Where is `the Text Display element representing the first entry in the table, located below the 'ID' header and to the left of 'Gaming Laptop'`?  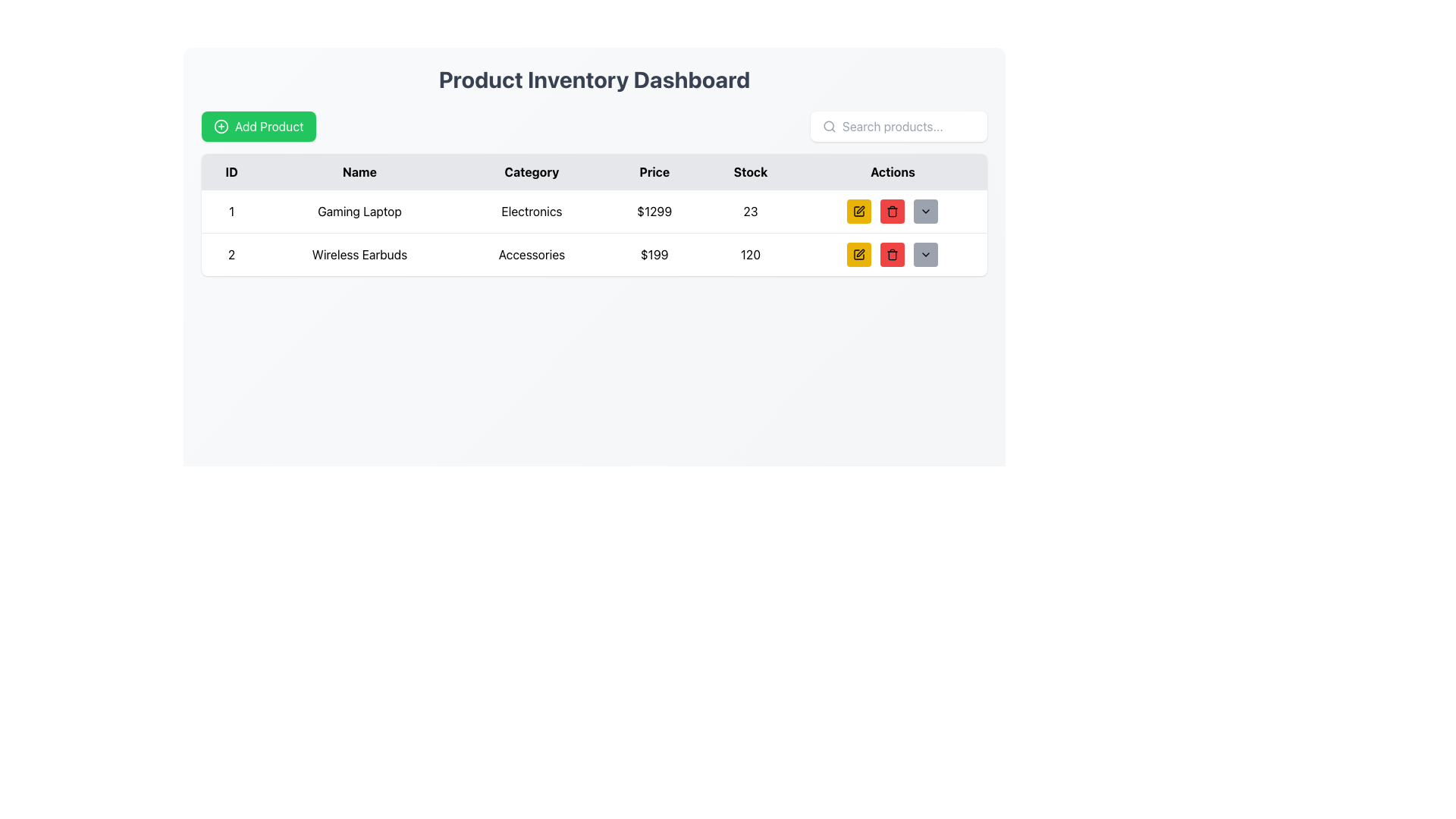 the Text Display element representing the first entry in the table, located below the 'ID' header and to the left of 'Gaming Laptop' is located at coordinates (231, 212).